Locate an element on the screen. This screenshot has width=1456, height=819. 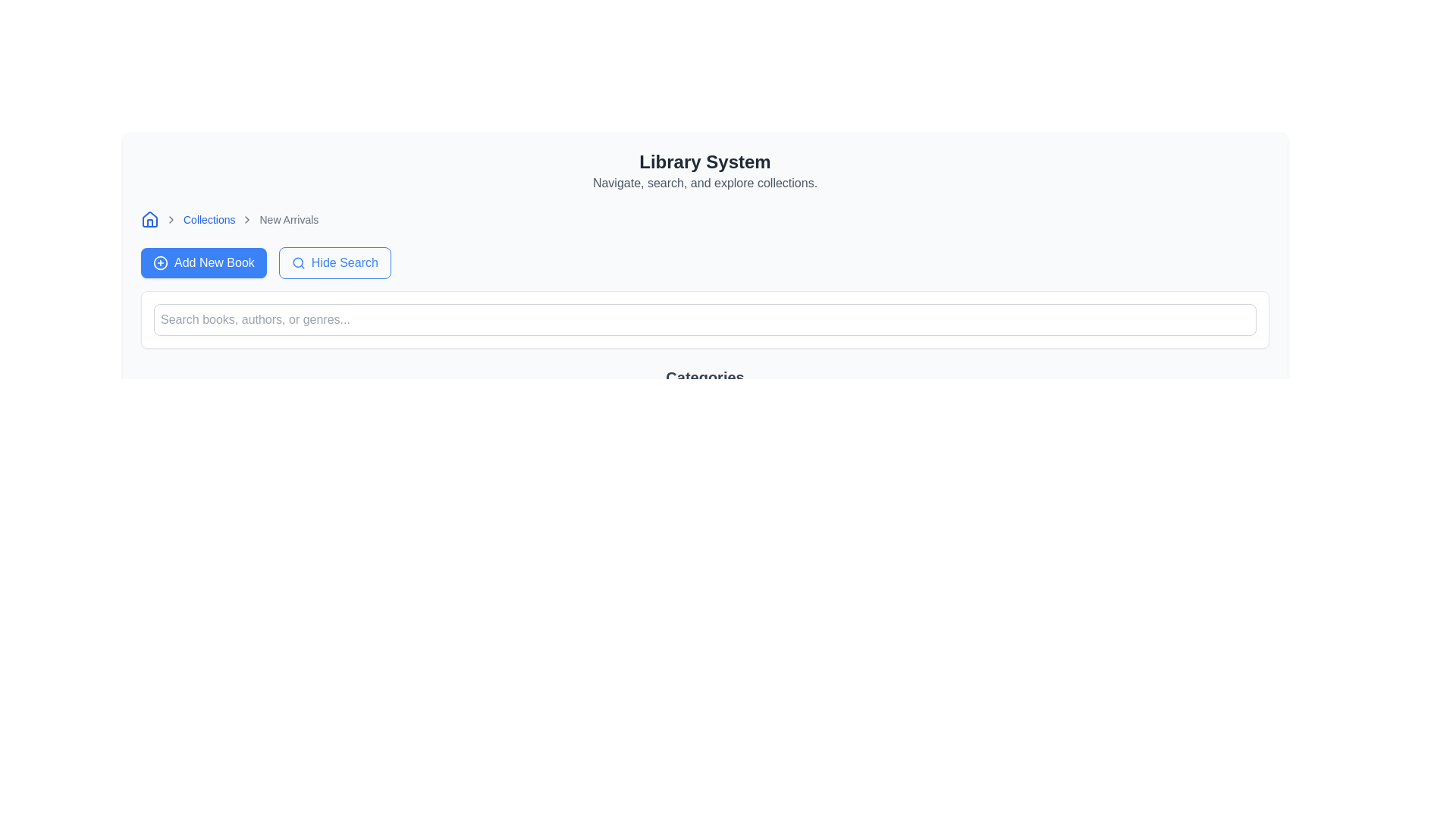
the 'New Arrivals' text label in the breadcrumb navigation bar, which indicates the current section and is located next to a right-pointing arrow icon is located at coordinates (289, 219).